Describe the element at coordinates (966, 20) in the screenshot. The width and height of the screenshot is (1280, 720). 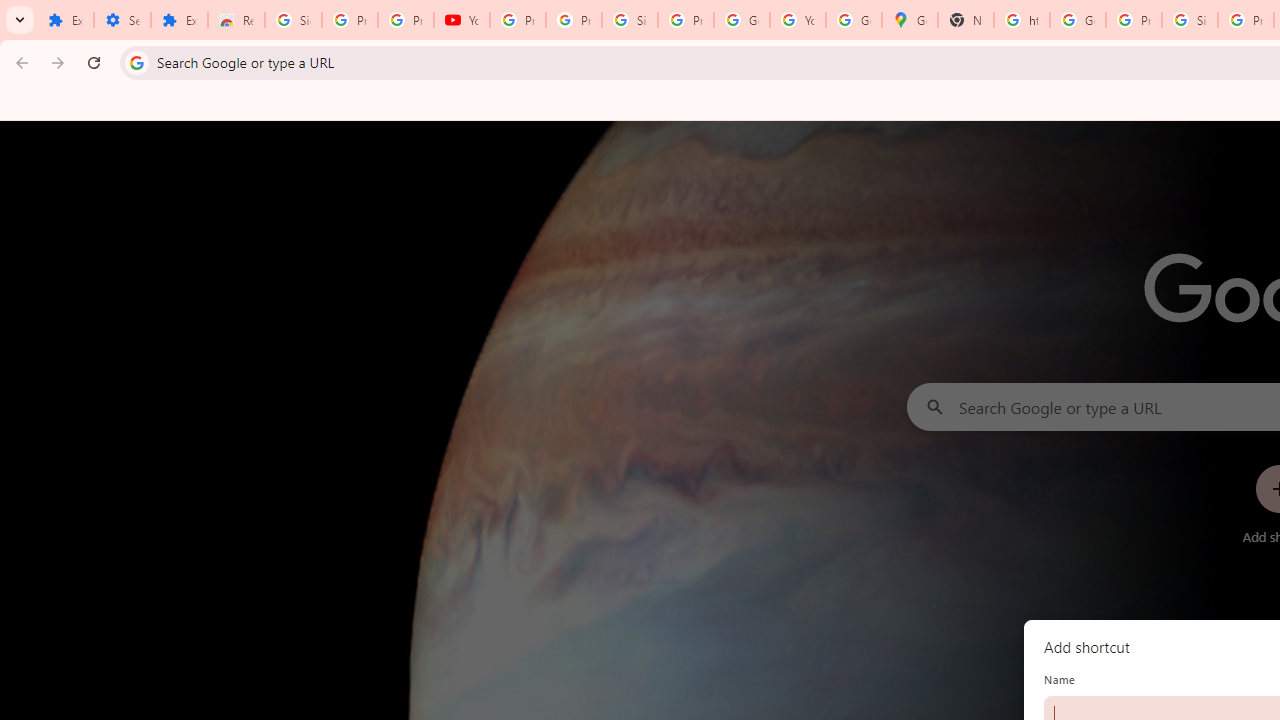
I see `'New Tab'` at that location.